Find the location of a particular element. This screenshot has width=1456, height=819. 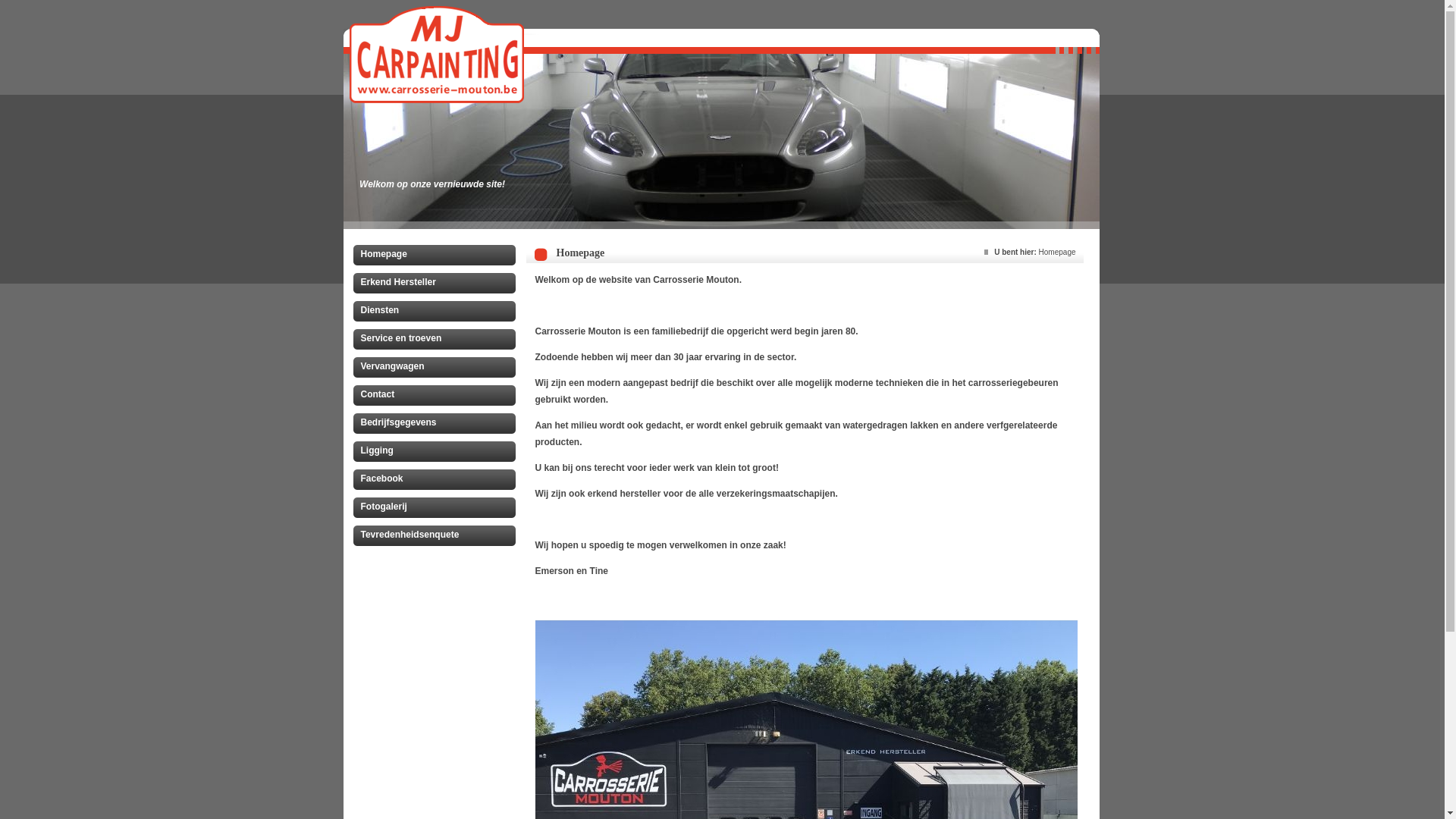

'Fotogalerij' is located at coordinates (437, 509).